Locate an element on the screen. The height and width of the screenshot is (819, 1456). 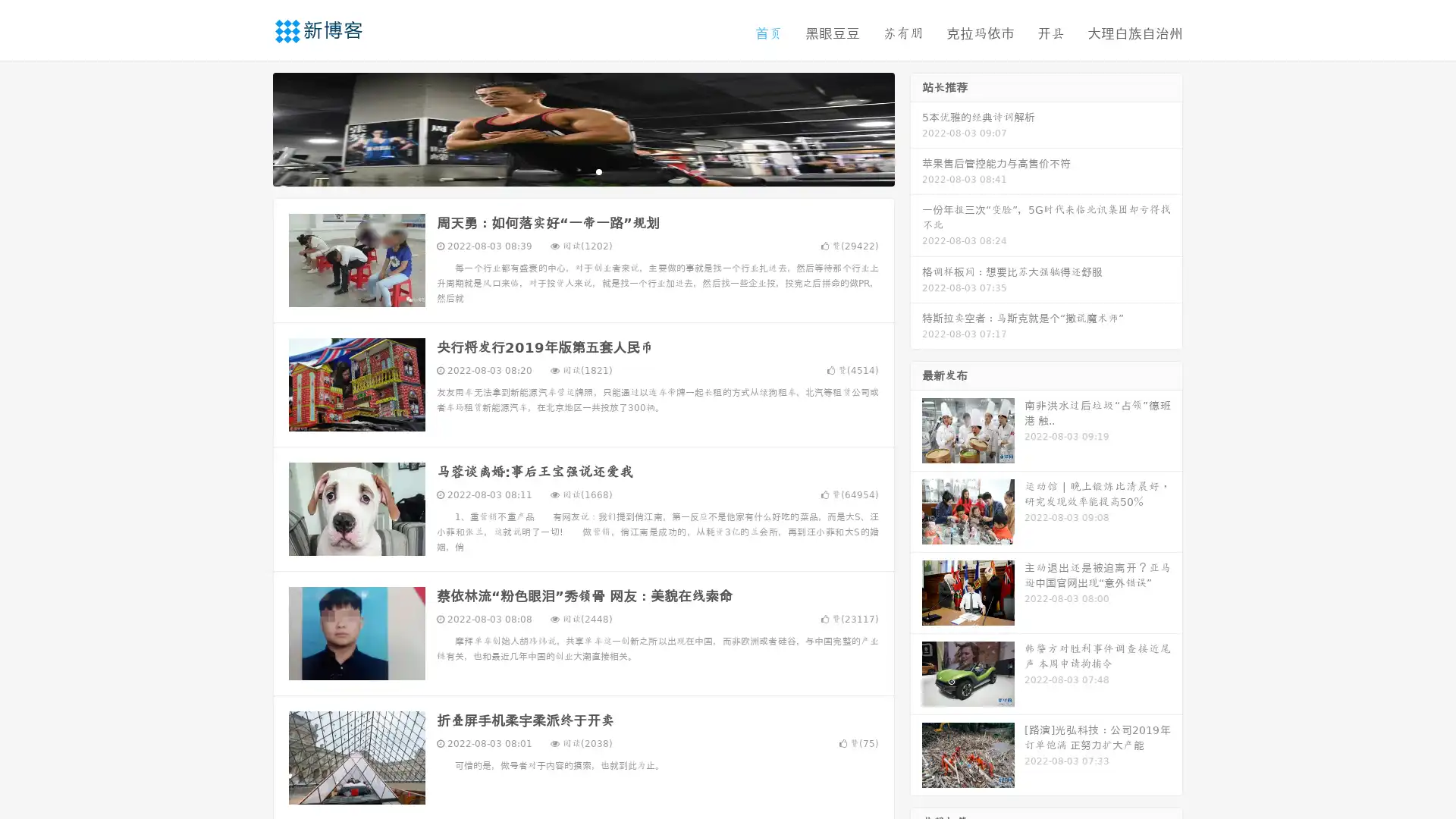
Next slide is located at coordinates (916, 127).